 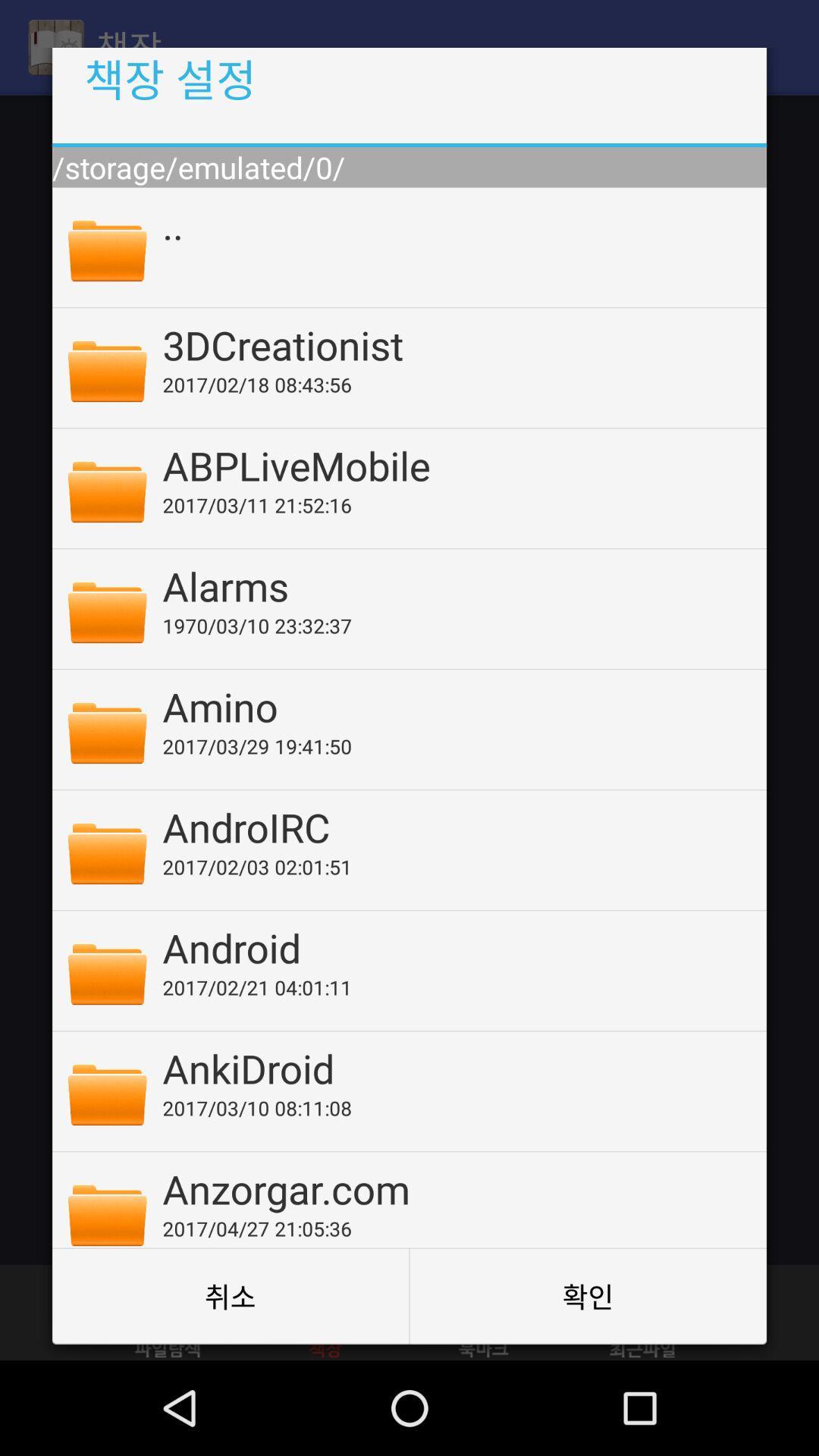 What do you see at coordinates (453, 344) in the screenshot?
I see `the icon above 2017 02 18 item` at bounding box center [453, 344].